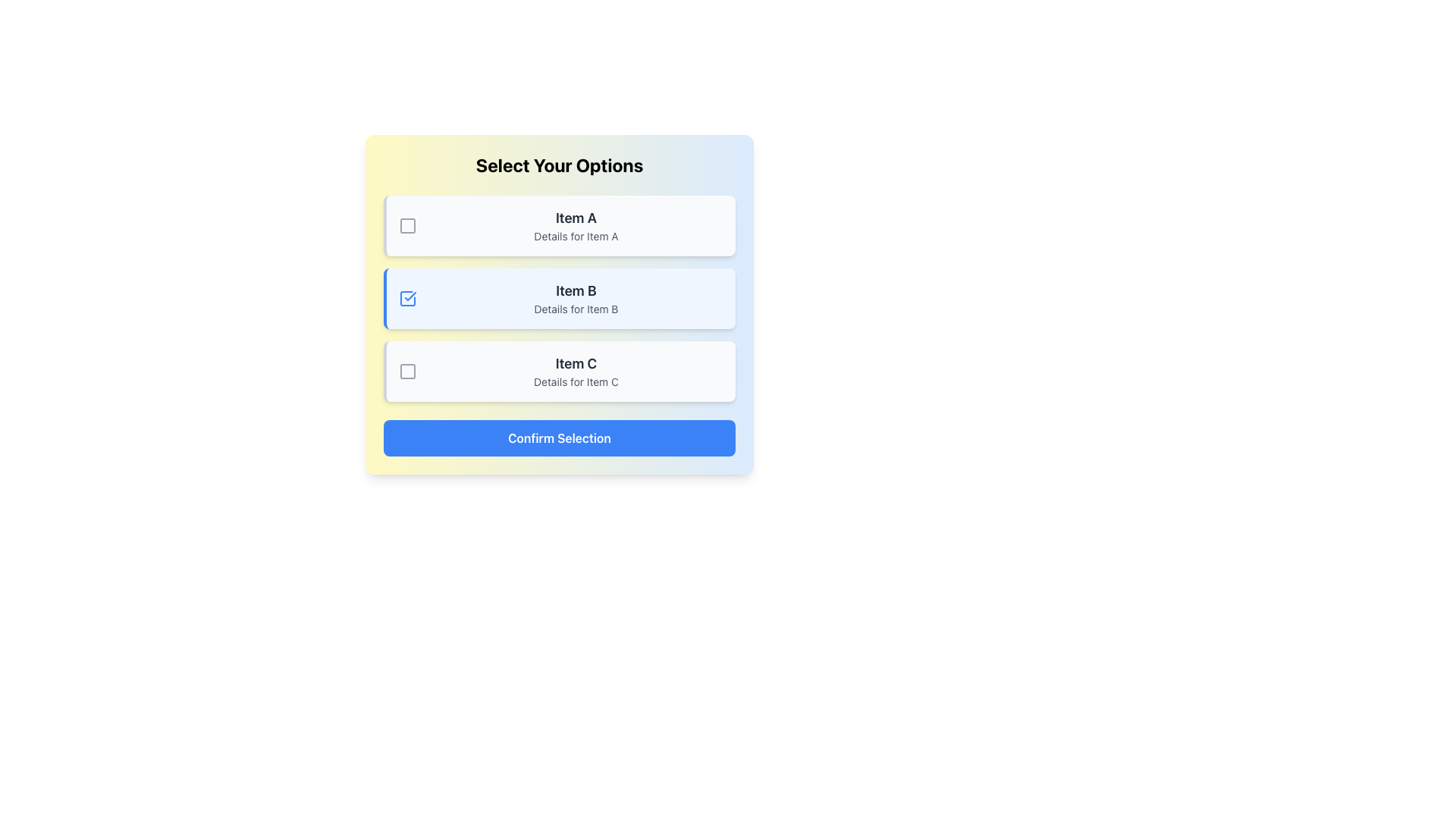 This screenshot has width=1456, height=819. Describe the element at coordinates (559, 298) in the screenshot. I see `the selectable item with a checkbox labeled 'Item B'` at that location.